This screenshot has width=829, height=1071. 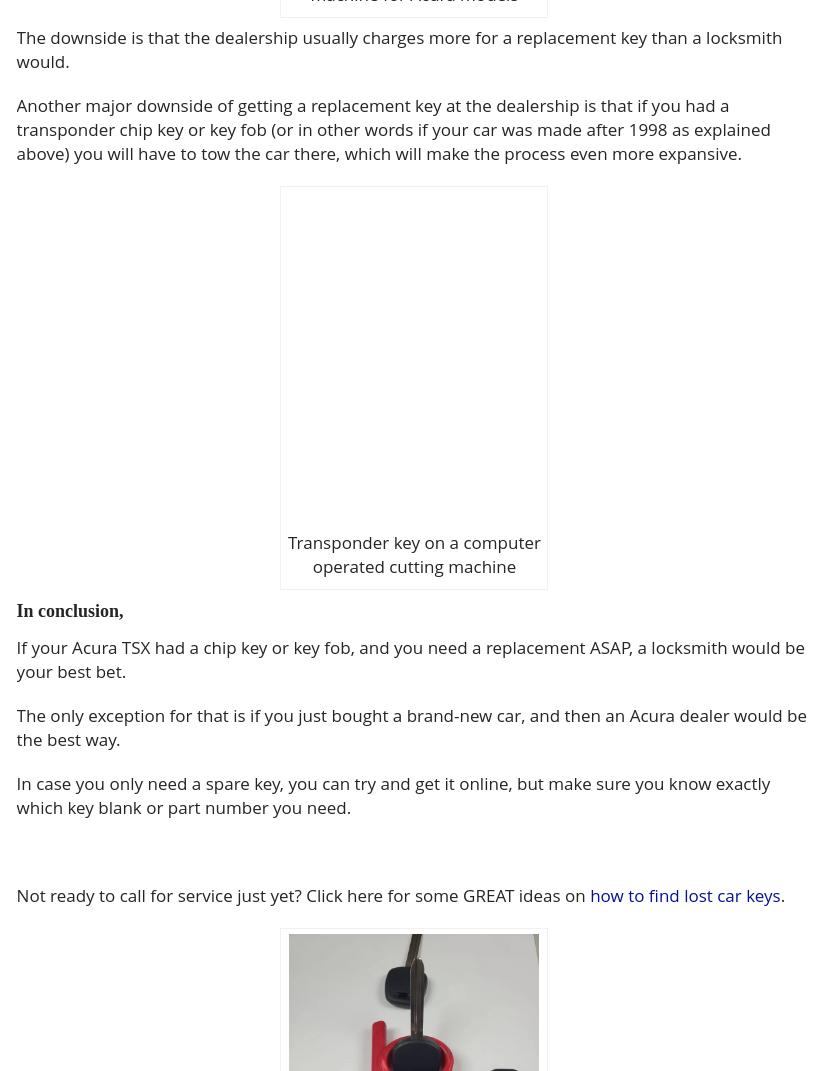 I want to click on 'how to find lost car keys', so click(x=685, y=895).